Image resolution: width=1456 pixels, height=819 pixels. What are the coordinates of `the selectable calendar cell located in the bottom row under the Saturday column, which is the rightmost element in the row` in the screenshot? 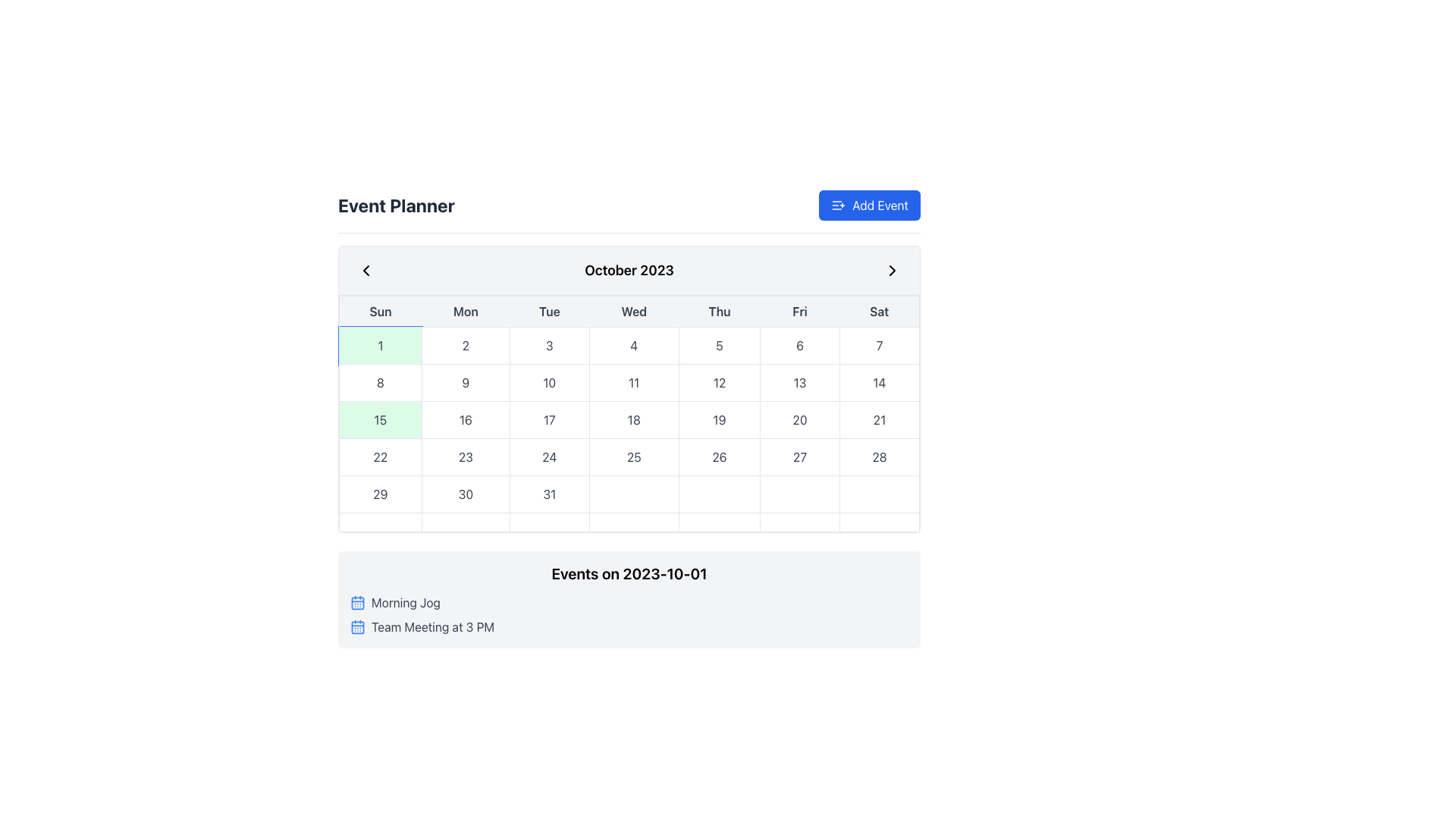 It's located at (879, 522).